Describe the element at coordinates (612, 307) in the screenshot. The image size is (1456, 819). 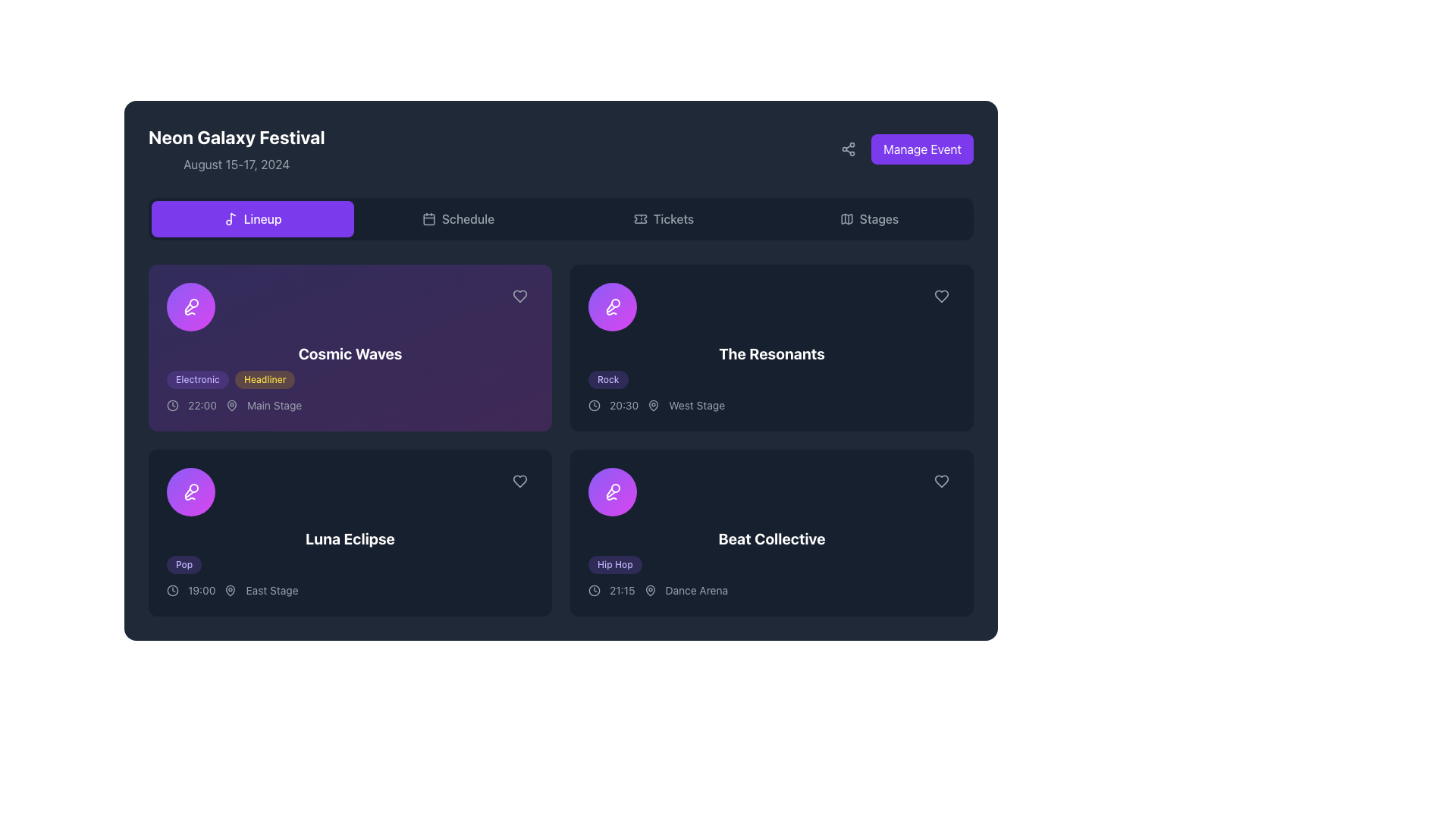
I see `the microphone icon, which is styled with white outline strokes and located within a circular purple gradient button on the left side of the 'Cosmic Waves' card` at that location.